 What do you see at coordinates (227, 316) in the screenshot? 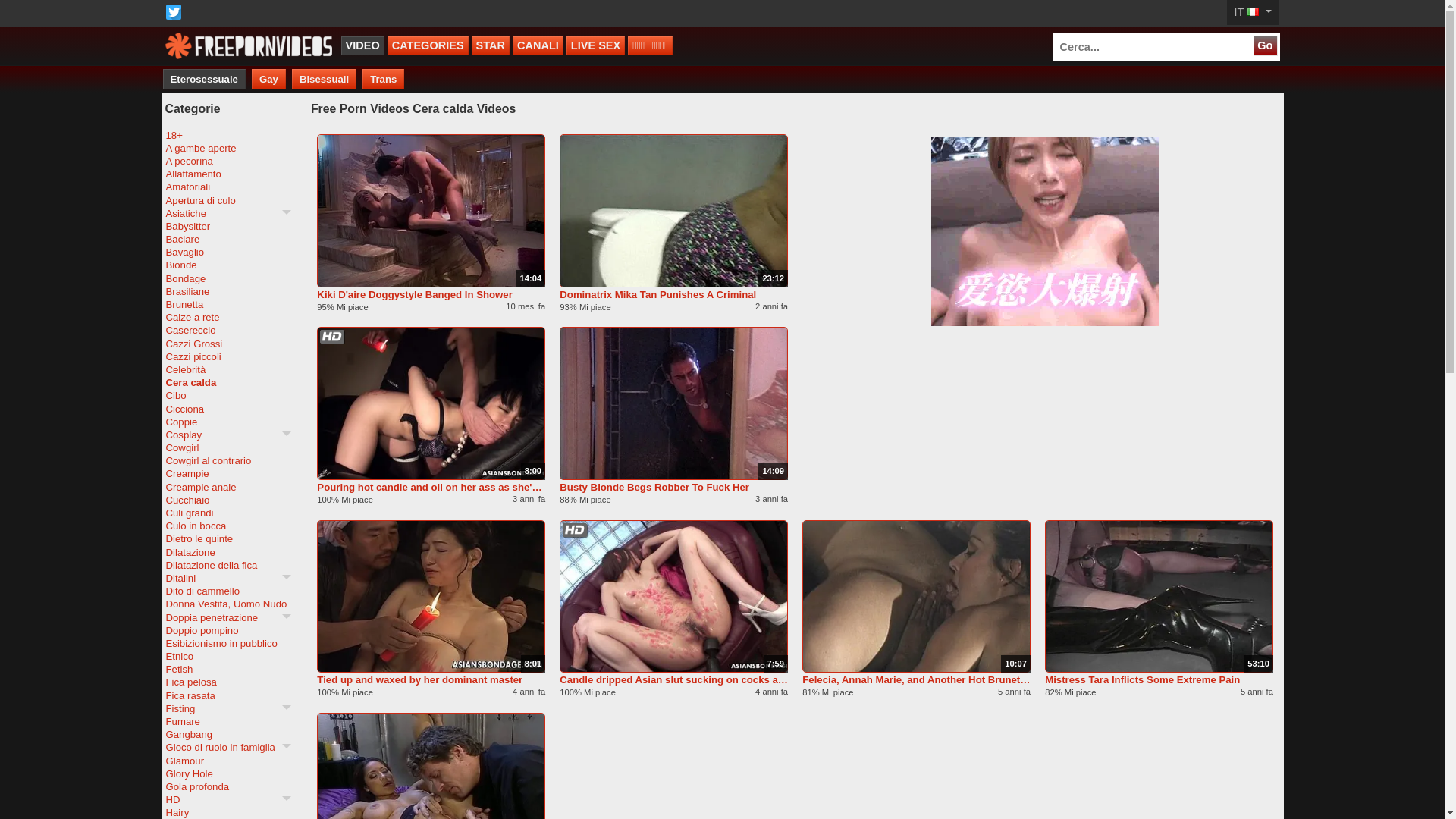
I see `'Calze a rete'` at bounding box center [227, 316].